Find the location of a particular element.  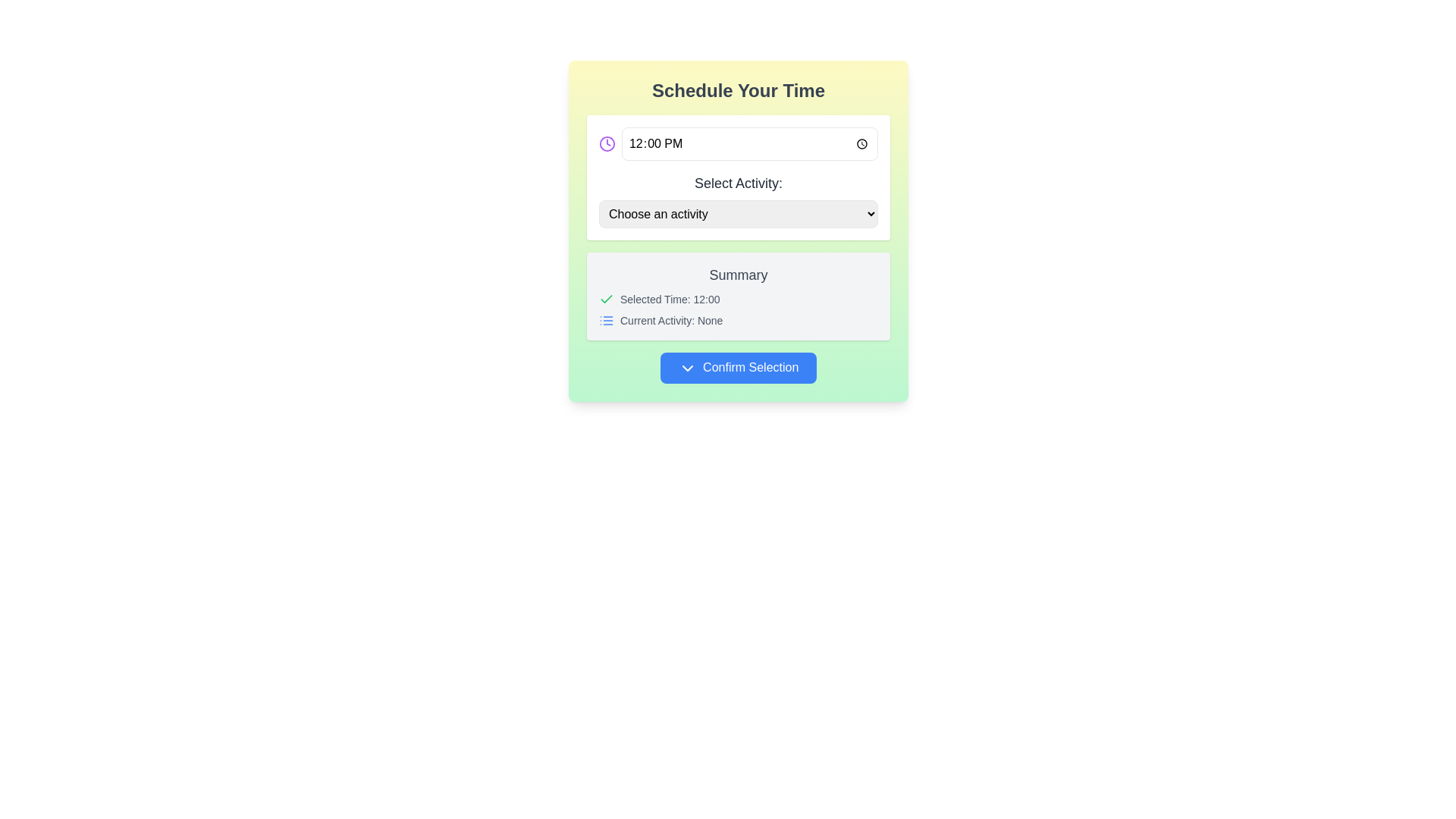

the indication of the checkmark icon located in the 'Summary' section, which signifies confirmation of the associated information is located at coordinates (607, 298).